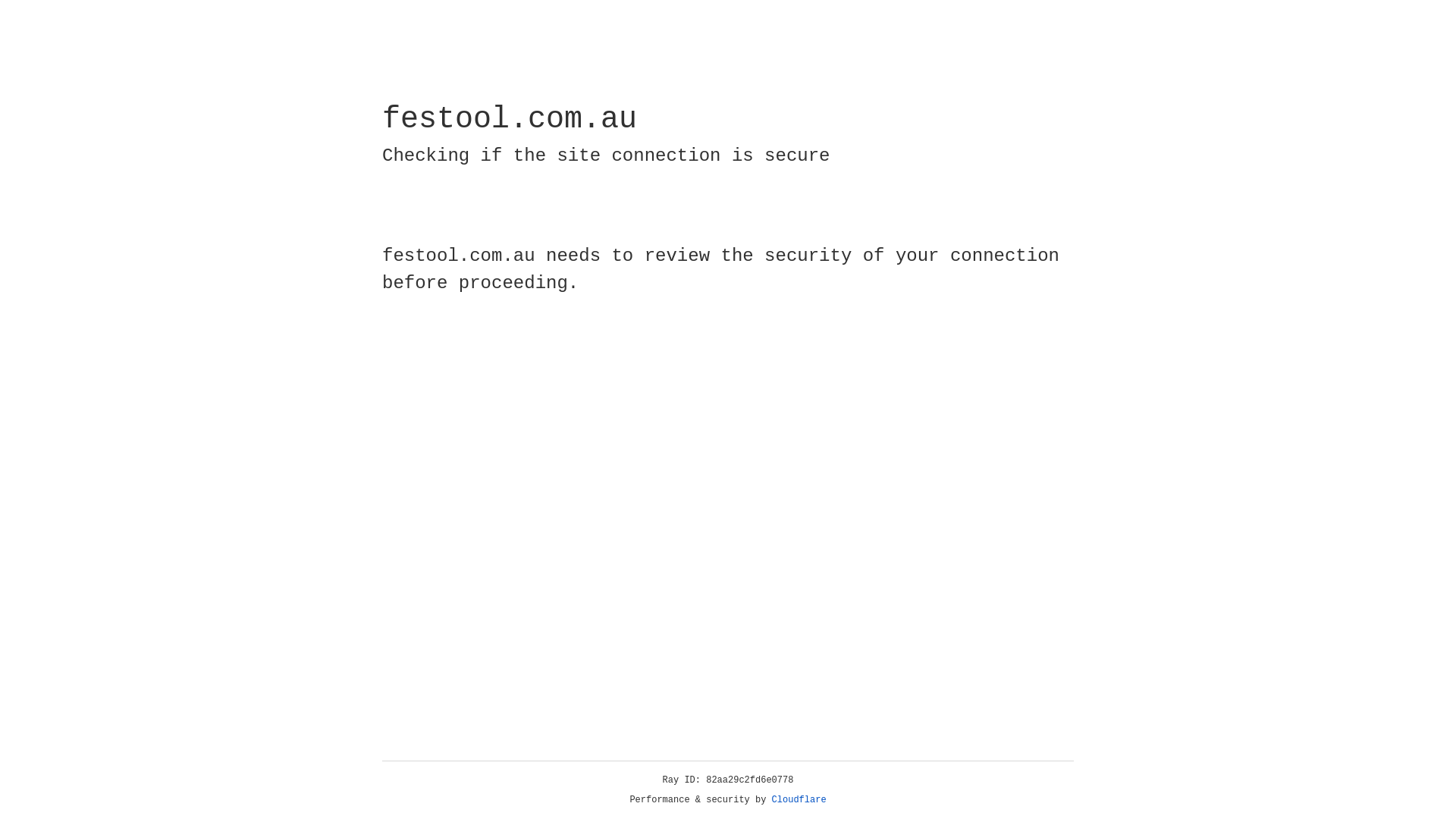 The image size is (1456, 819). Describe the element at coordinates (771, 799) in the screenshot. I see `'Cloudflare'` at that location.